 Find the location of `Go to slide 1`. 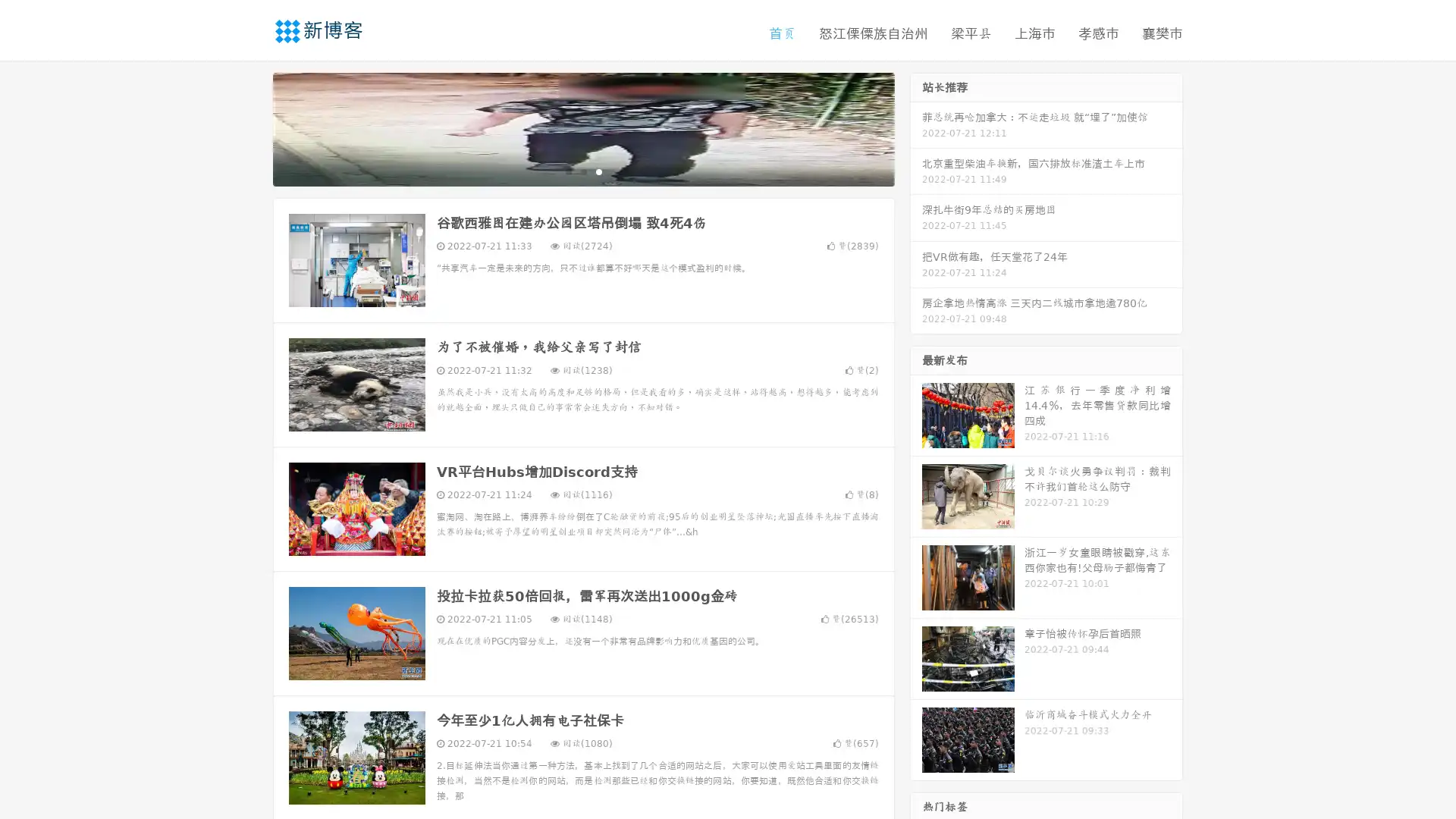

Go to slide 1 is located at coordinates (567, 171).